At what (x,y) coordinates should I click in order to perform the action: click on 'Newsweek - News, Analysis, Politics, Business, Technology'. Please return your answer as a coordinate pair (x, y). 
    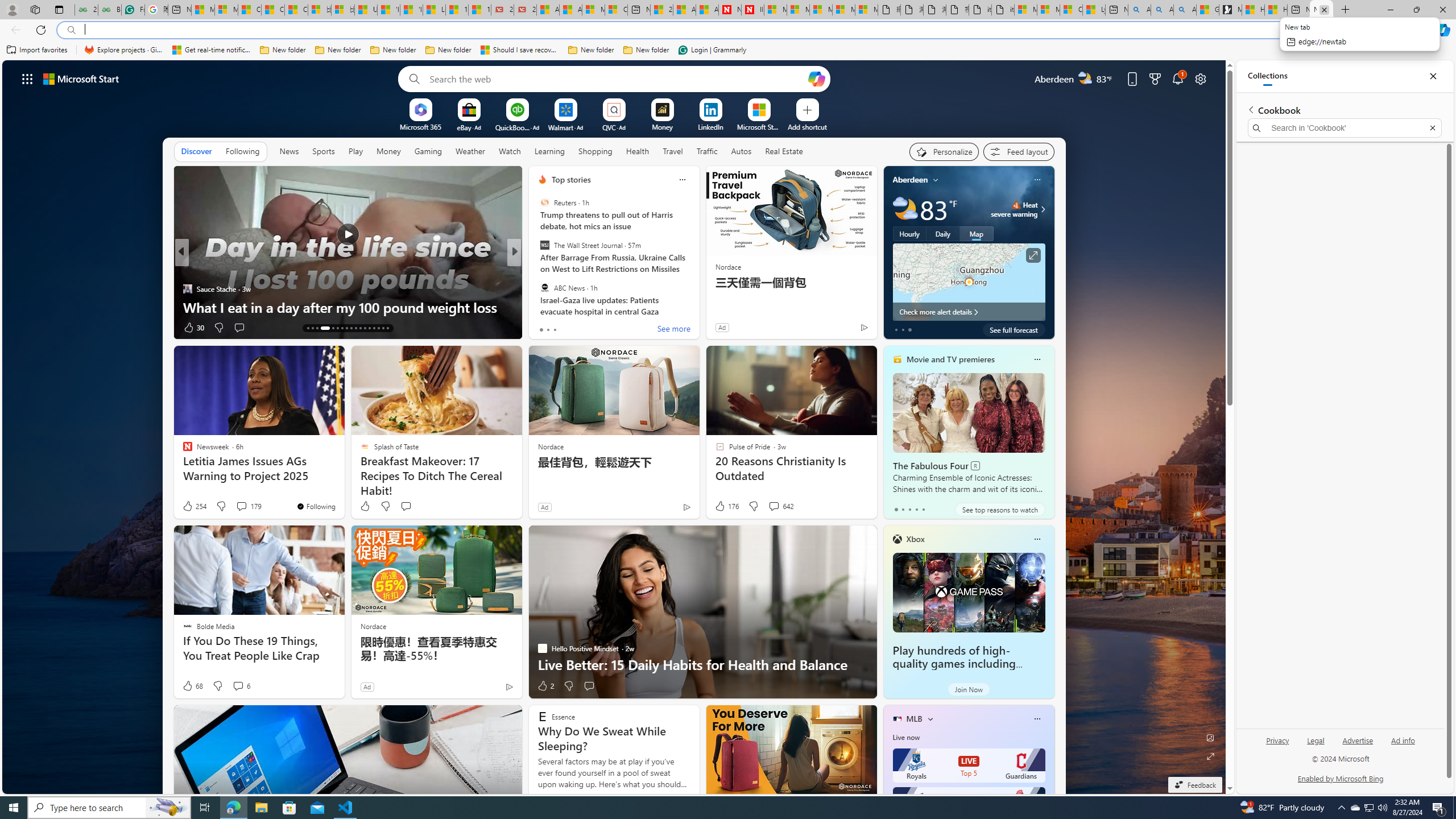
    Looking at the image, I should click on (729, 9).